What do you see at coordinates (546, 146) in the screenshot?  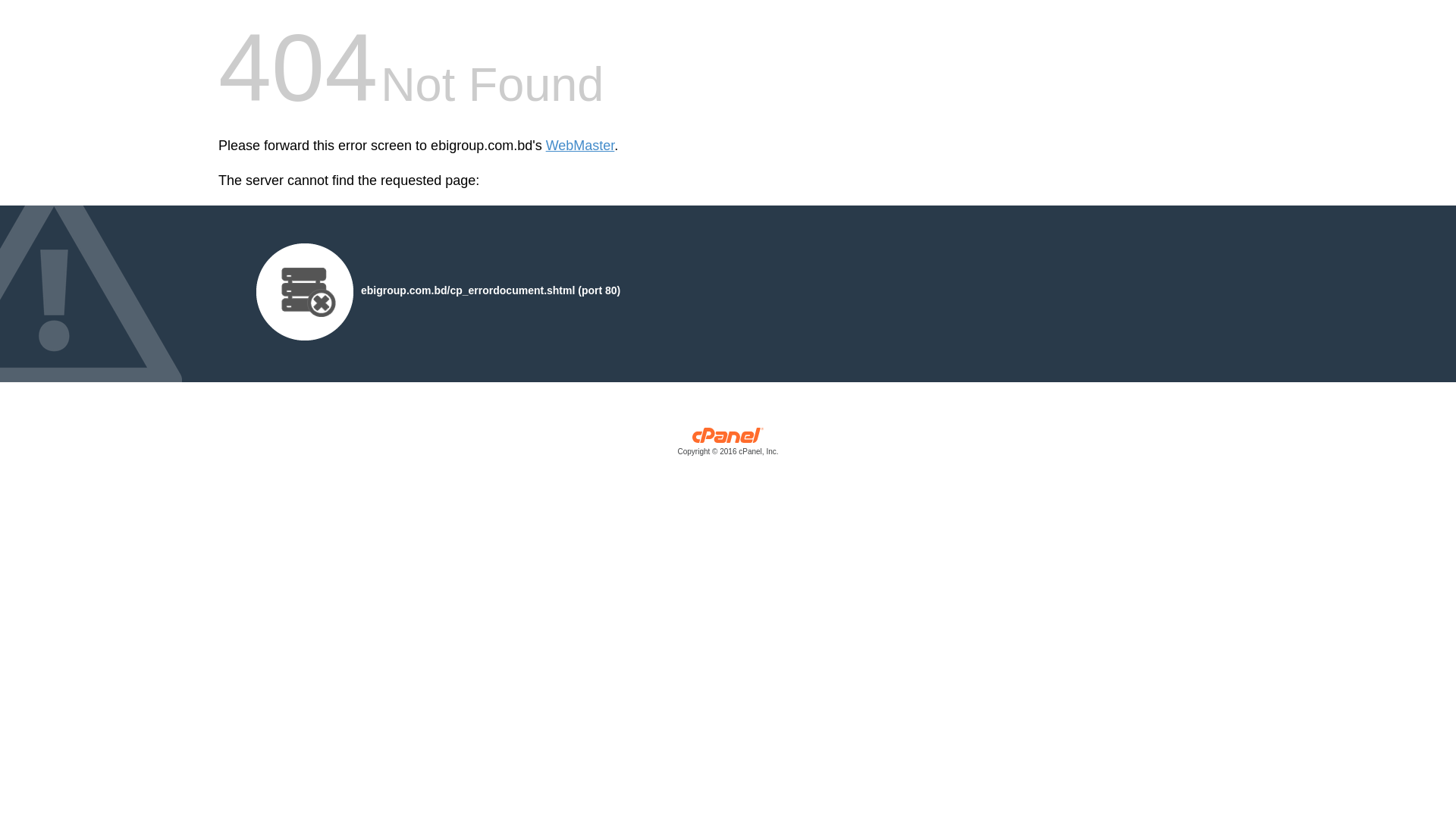 I see `'WebMaster'` at bounding box center [546, 146].